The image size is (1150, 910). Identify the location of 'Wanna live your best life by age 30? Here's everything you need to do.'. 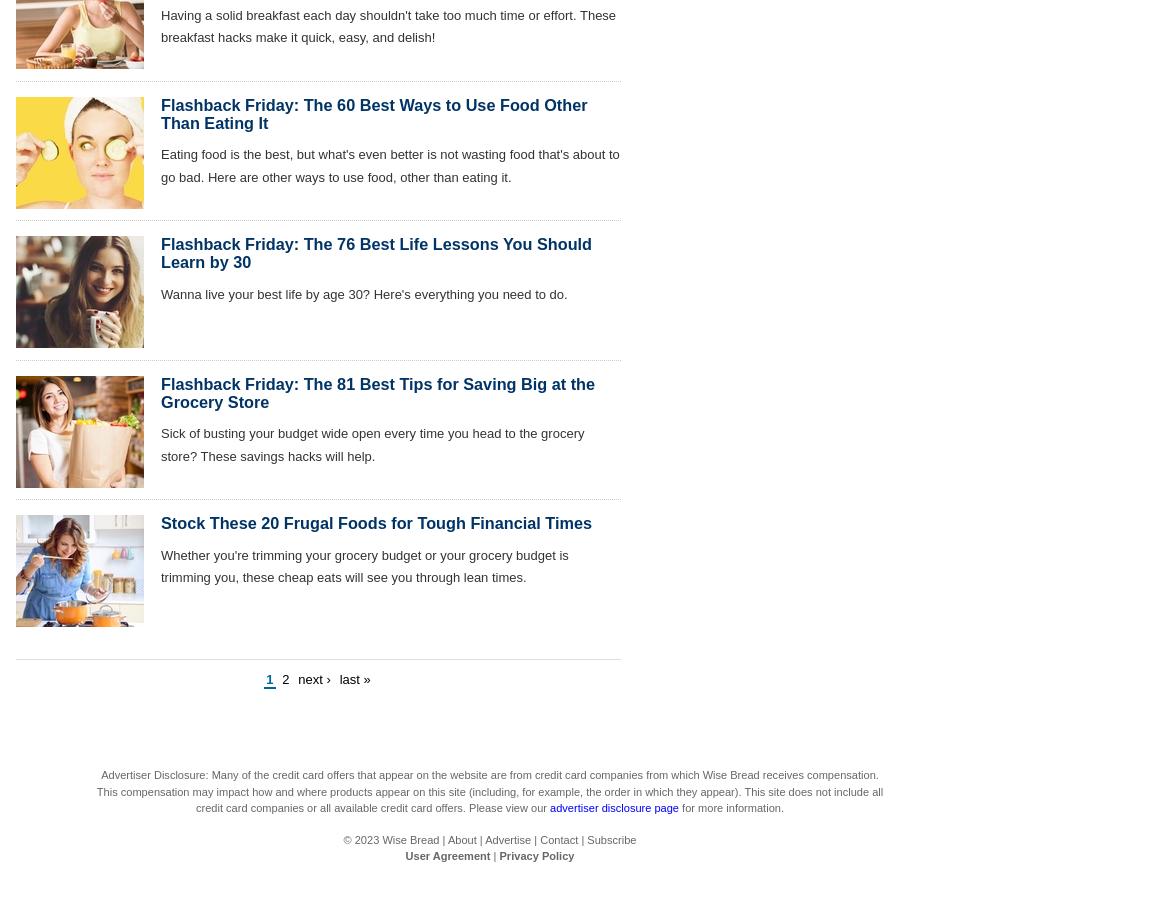
(160, 292).